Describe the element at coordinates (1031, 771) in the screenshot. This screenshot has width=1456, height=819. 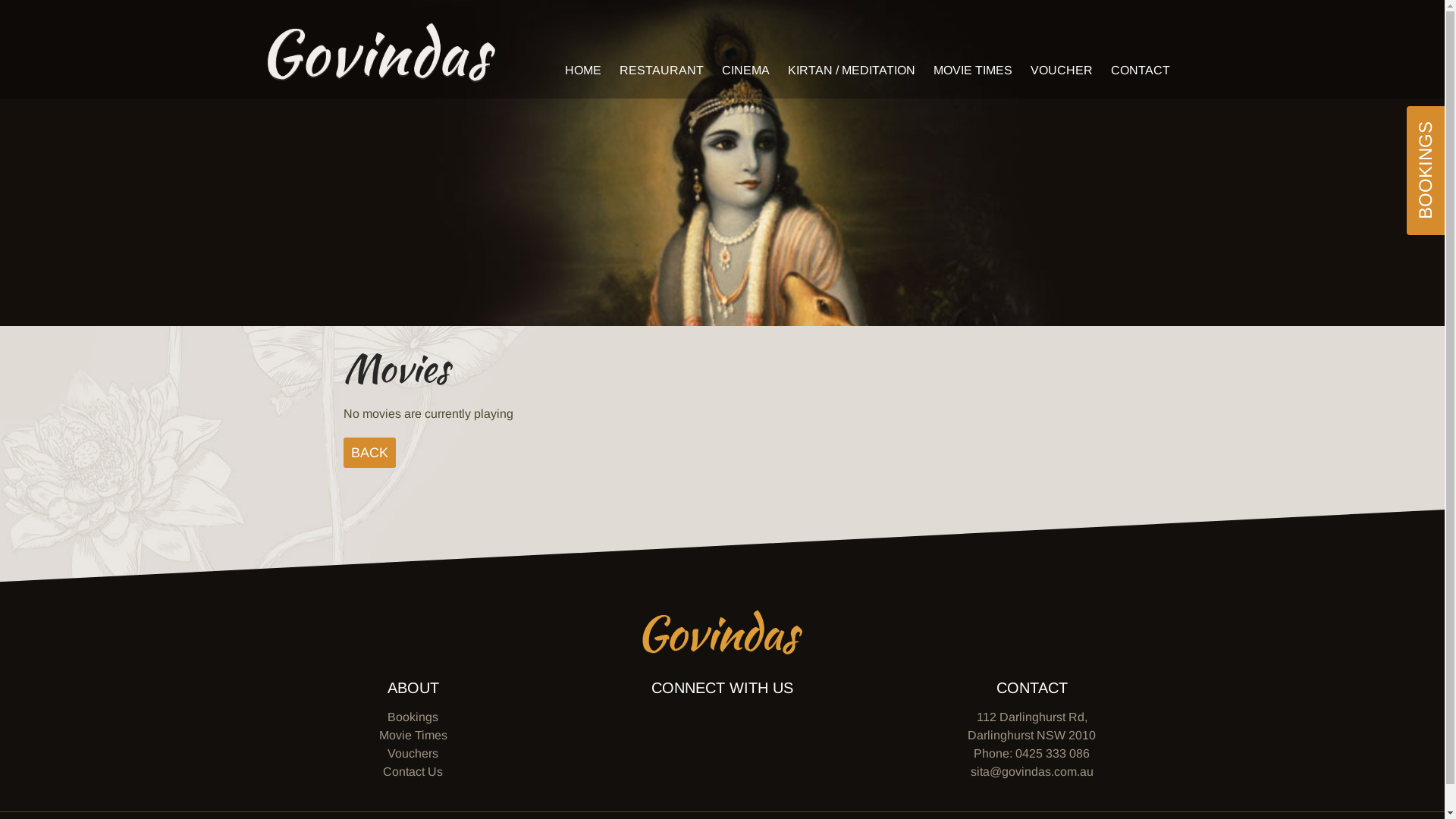
I see `'sita@govindas.com.au'` at that location.